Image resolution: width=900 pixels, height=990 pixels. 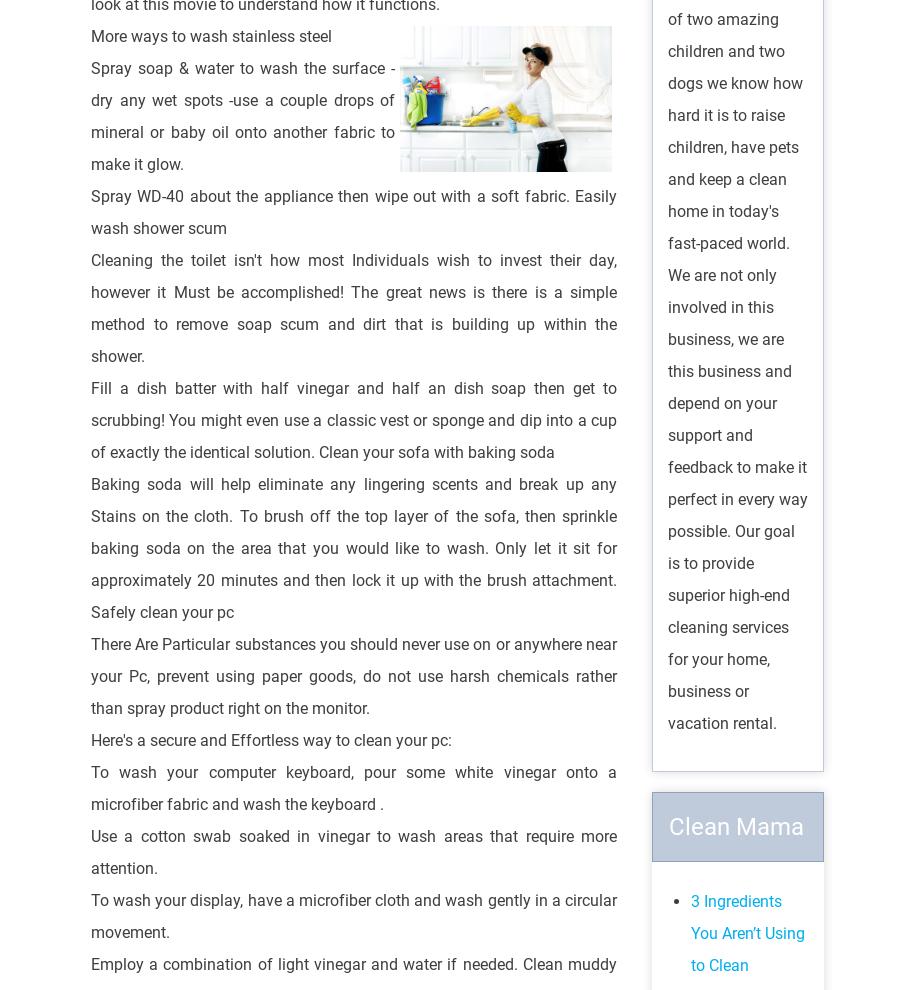 I want to click on 'To wash your display, have a microfiber cloth and wash gently in a circular movement.', so click(x=353, y=914).